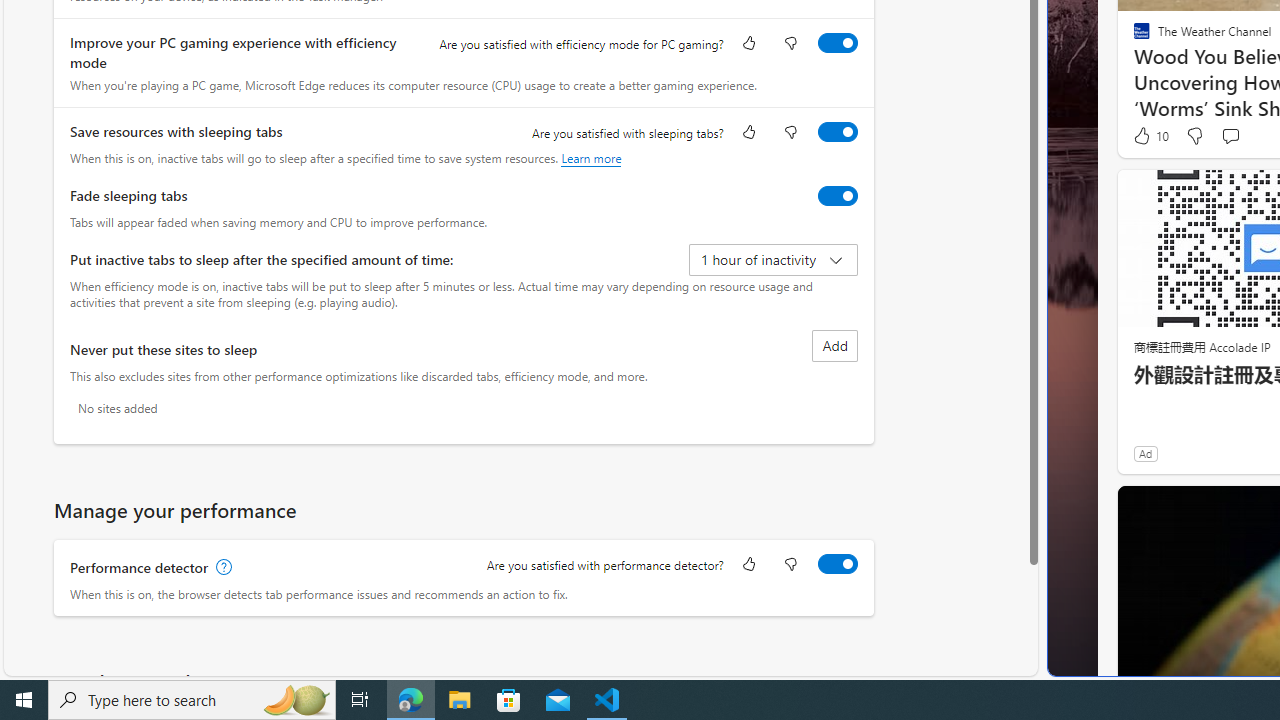  I want to click on 'Fade sleeping tabs', so click(837, 195).